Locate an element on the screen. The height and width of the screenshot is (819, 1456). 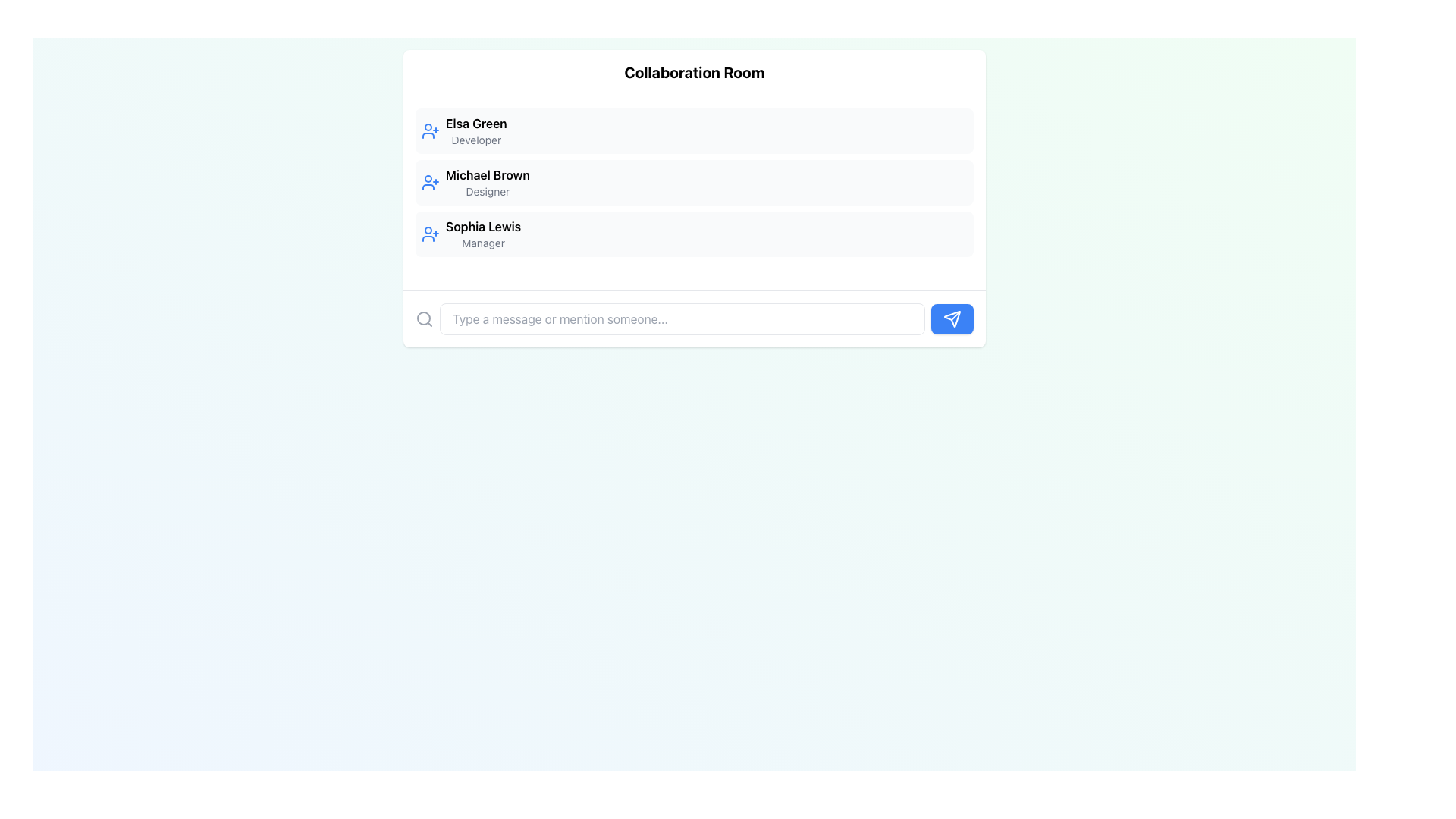
the small gray text label displaying 'Designer' located below 'Michael Brown' in the list is located at coordinates (488, 191).